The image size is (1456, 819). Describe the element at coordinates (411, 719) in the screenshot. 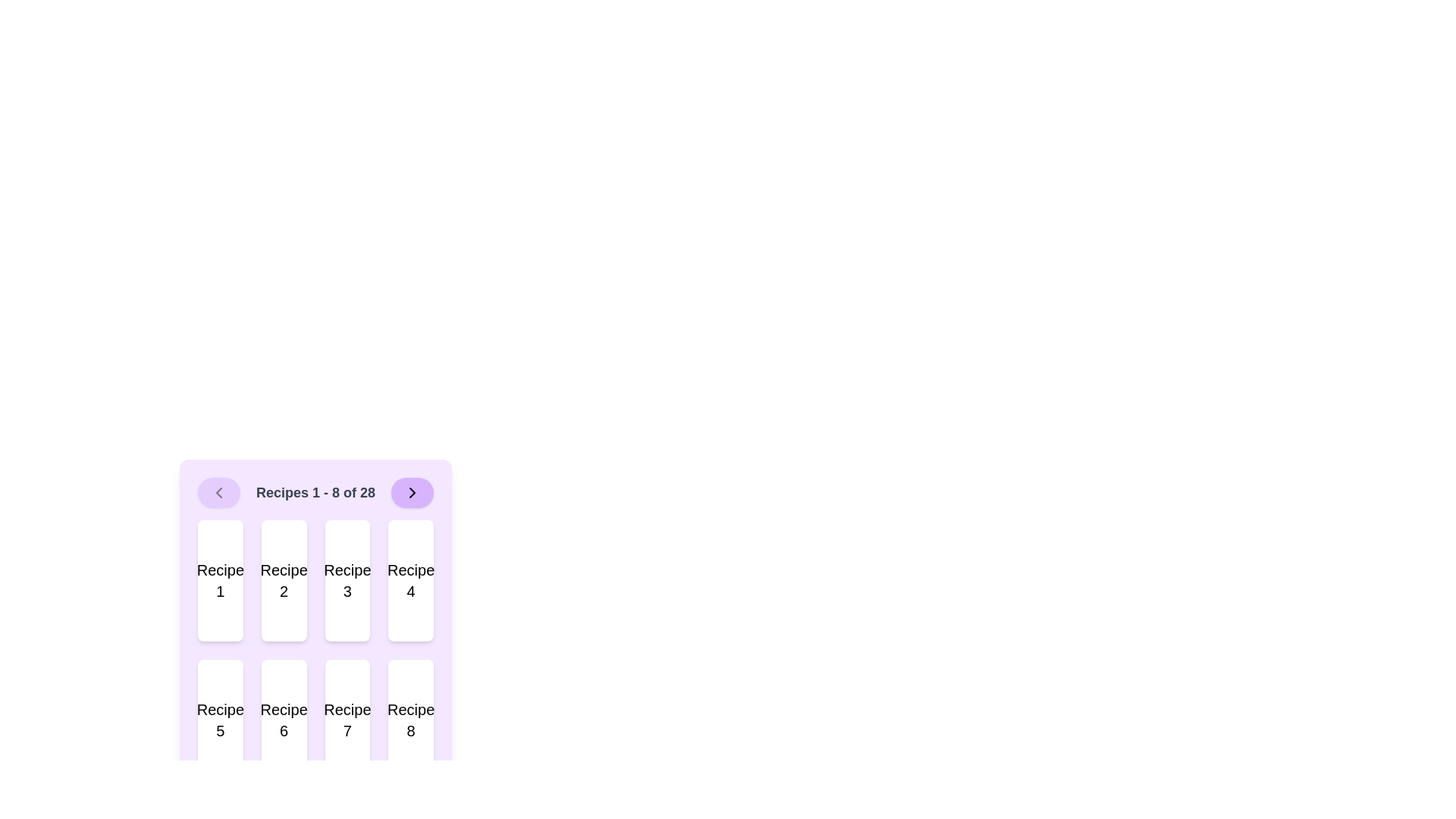

I see `the static text label that identifies the recipe as 'Recipe 8', located in the second row and fourth column of the recipe grid` at that location.